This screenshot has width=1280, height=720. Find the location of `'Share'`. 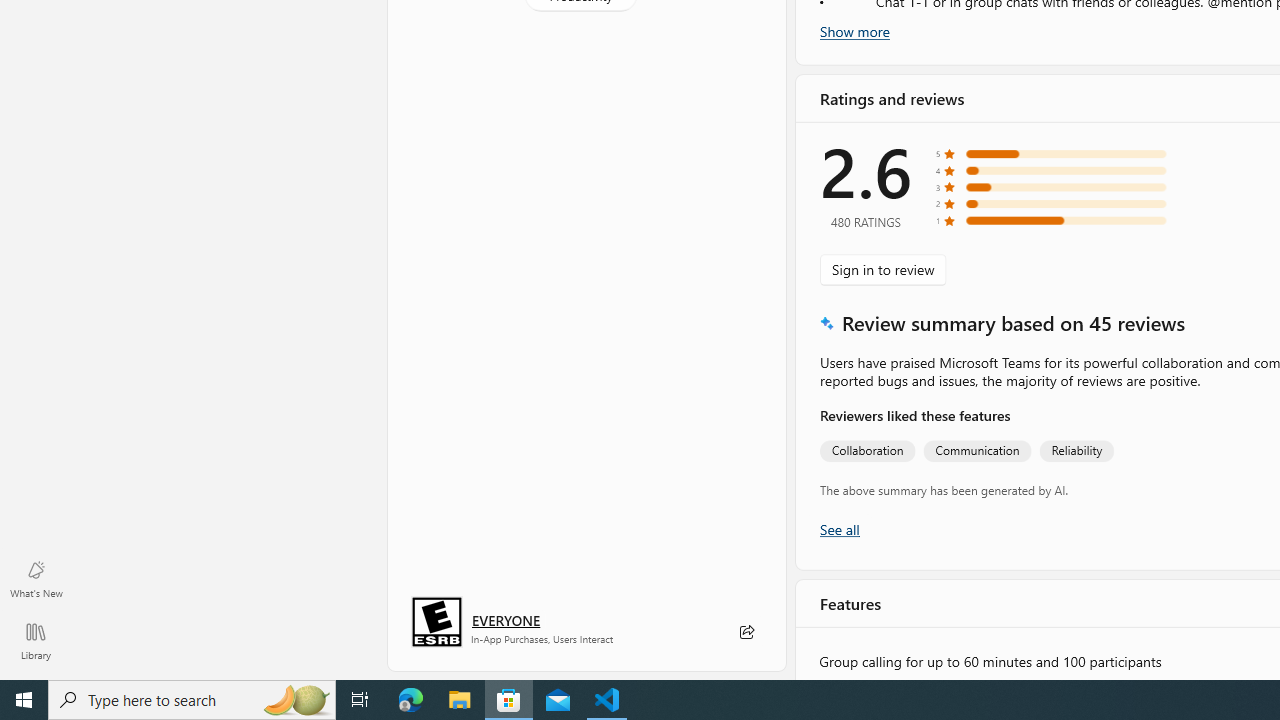

'Share' is located at coordinates (745, 632).